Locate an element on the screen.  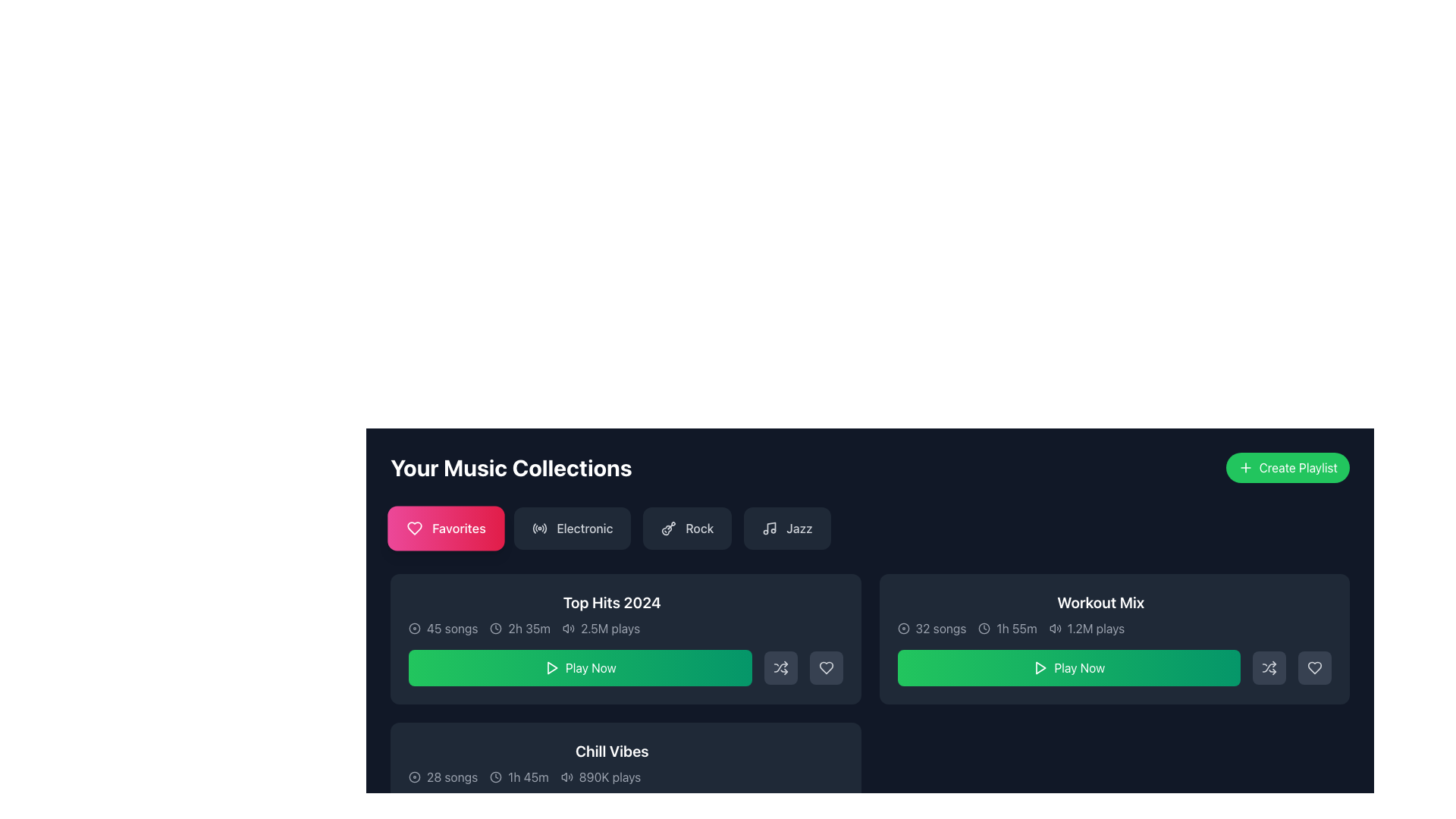
the 'Play Now' text label located within the green button in the 'Workout Mix' section is located at coordinates (1078, 667).